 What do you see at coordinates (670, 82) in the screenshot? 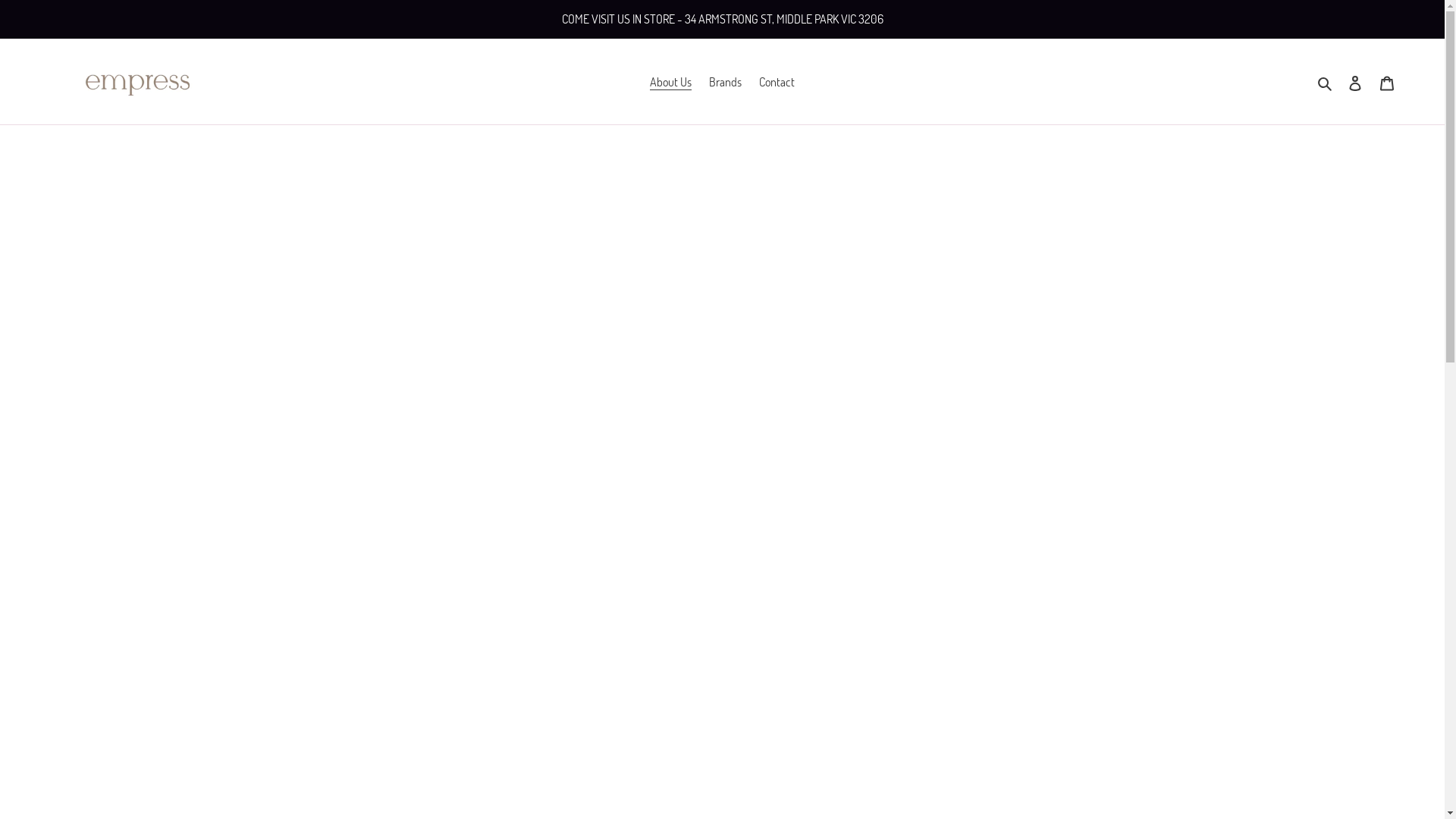
I see `'About Us'` at bounding box center [670, 82].